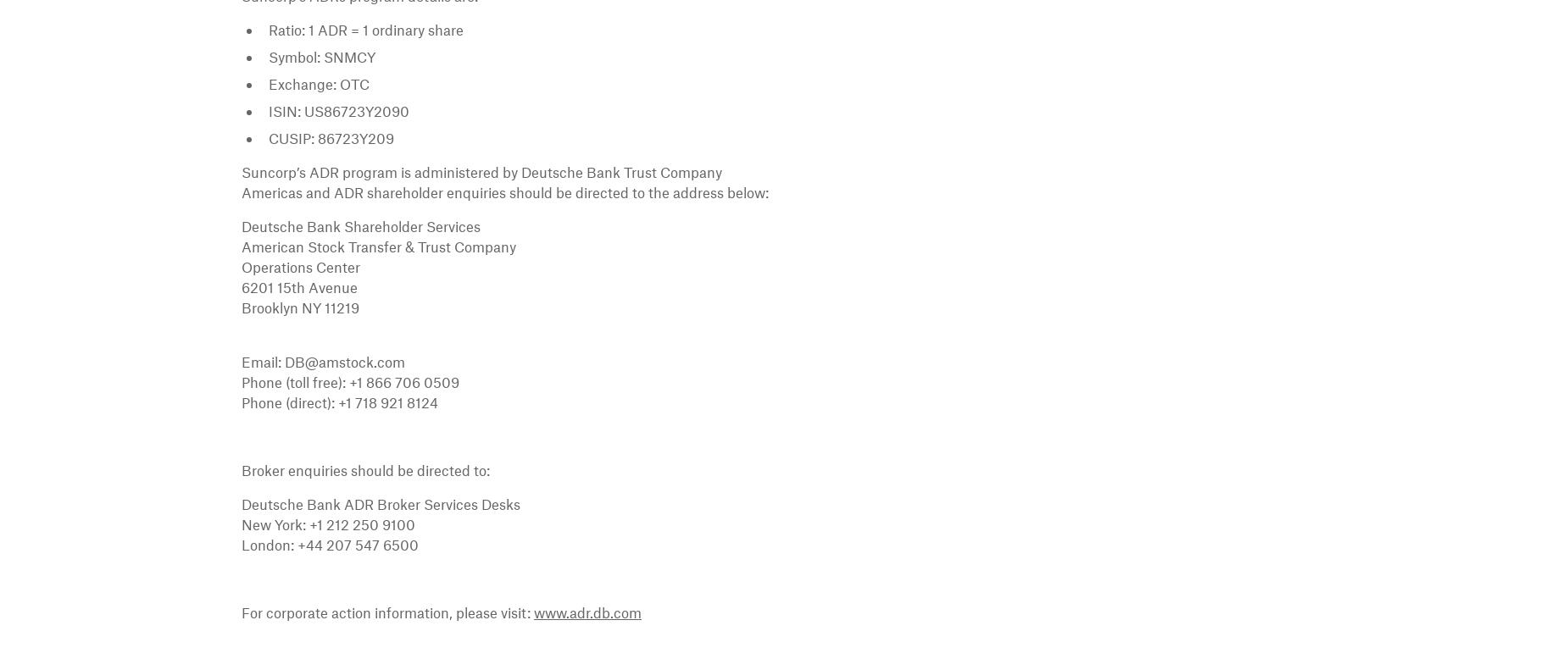 Image resolution: width=1568 pixels, height=670 pixels. What do you see at coordinates (505, 181) in the screenshot?
I see `'Suncorp’s ADR program is administered by Deutsche Bank Trust Company Americas and ADR shareholder enquiries should be directed to the address below:'` at bounding box center [505, 181].